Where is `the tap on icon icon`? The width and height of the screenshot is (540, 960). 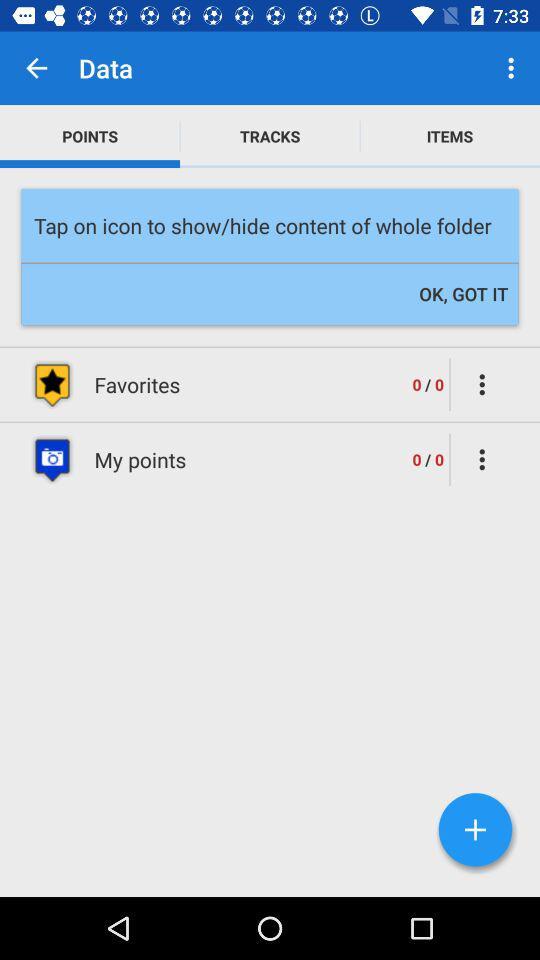
the tap on icon icon is located at coordinates (270, 225).